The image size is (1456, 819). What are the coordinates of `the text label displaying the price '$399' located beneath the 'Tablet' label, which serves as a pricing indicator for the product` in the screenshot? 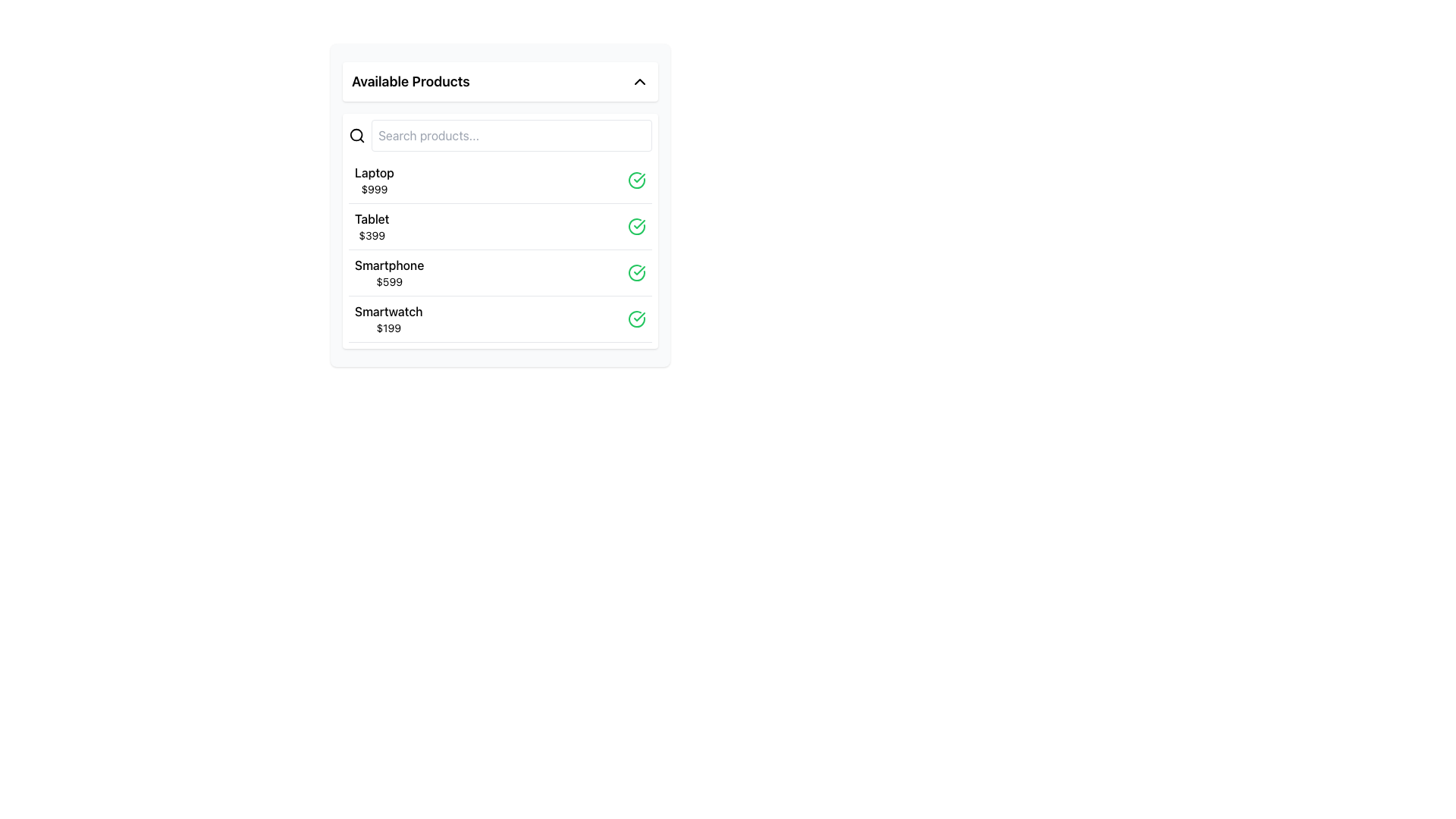 It's located at (372, 236).